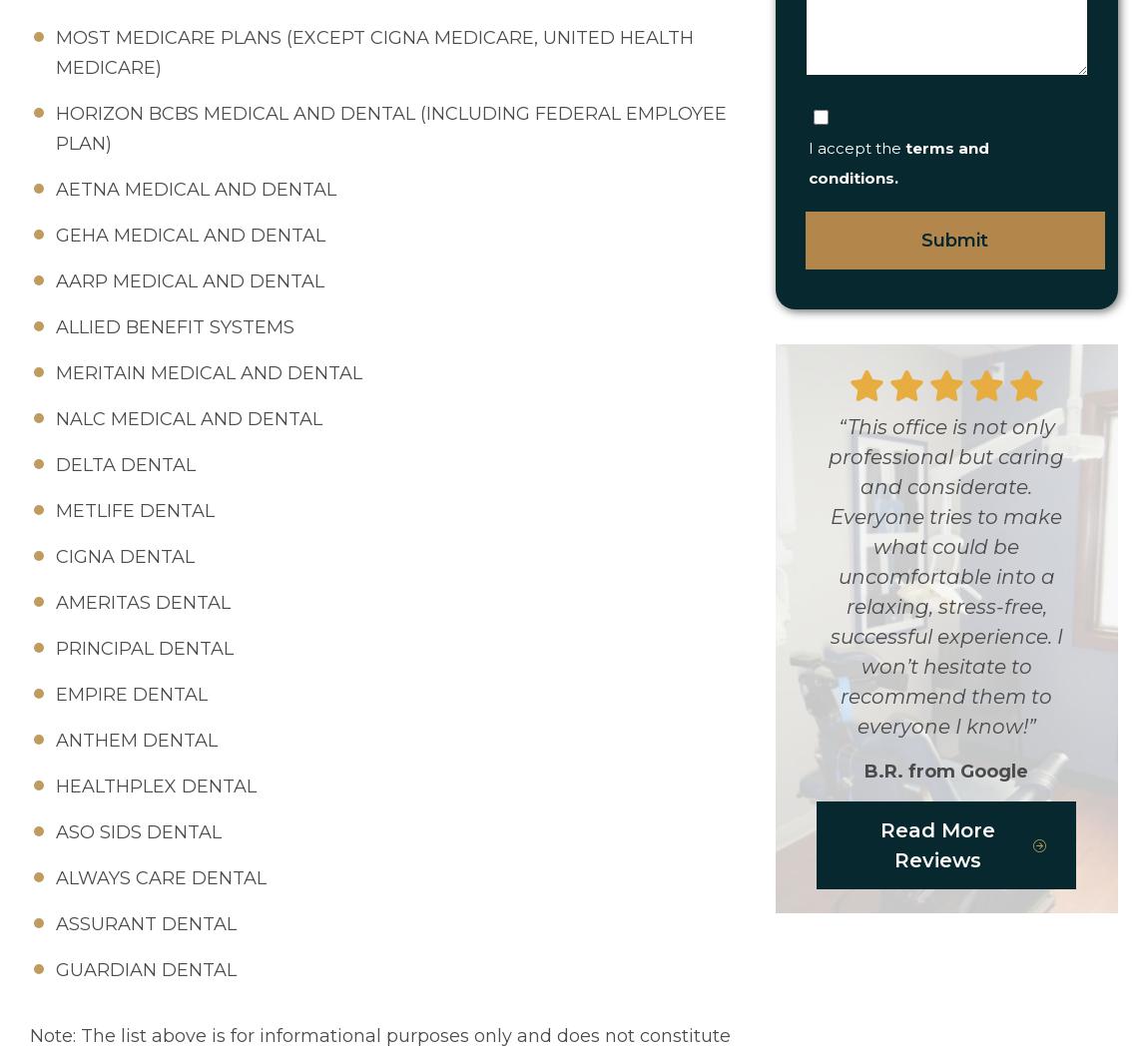 The height and width of the screenshot is (1051, 1148). What do you see at coordinates (145, 970) in the screenshot?
I see `'GUARDIAN DENTAL'` at bounding box center [145, 970].